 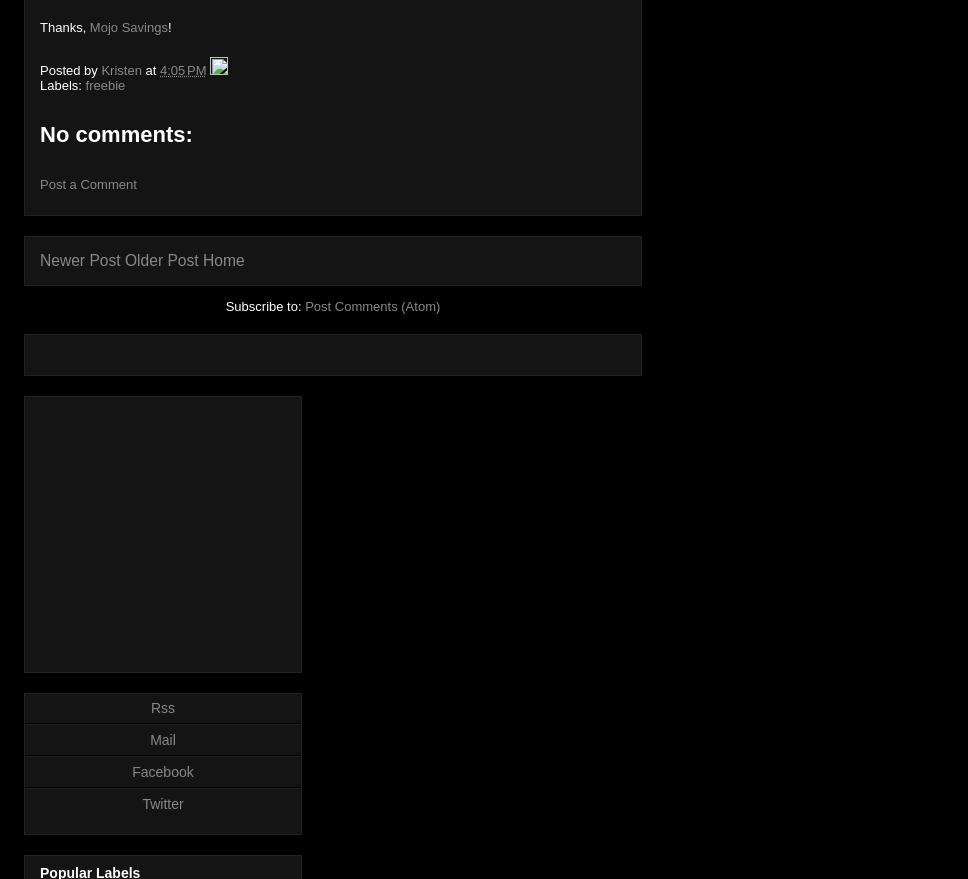 I want to click on 'Subscribe to:', so click(x=265, y=306).